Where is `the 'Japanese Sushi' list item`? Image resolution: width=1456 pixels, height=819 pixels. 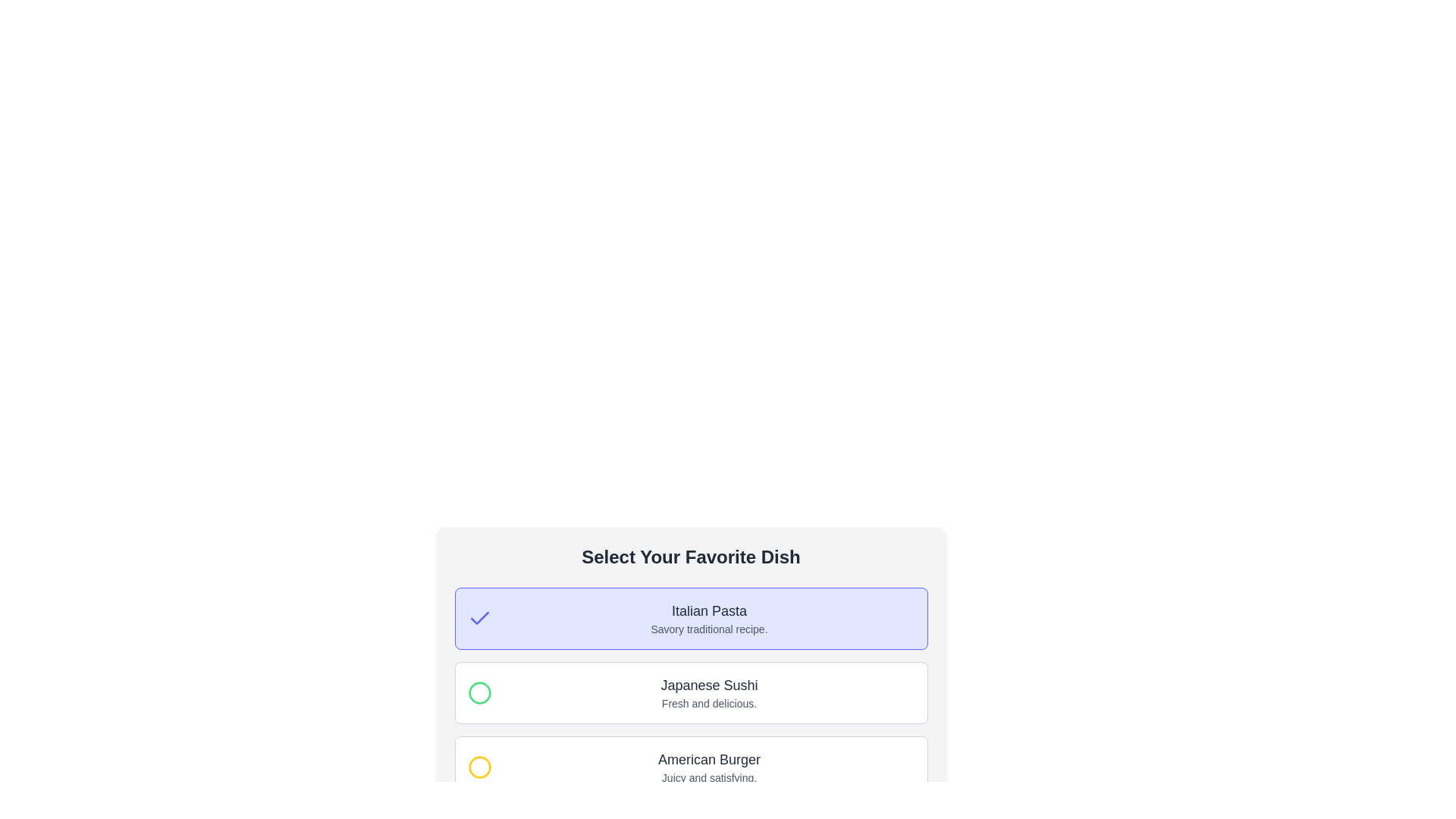
the 'Japanese Sushi' list item is located at coordinates (690, 693).